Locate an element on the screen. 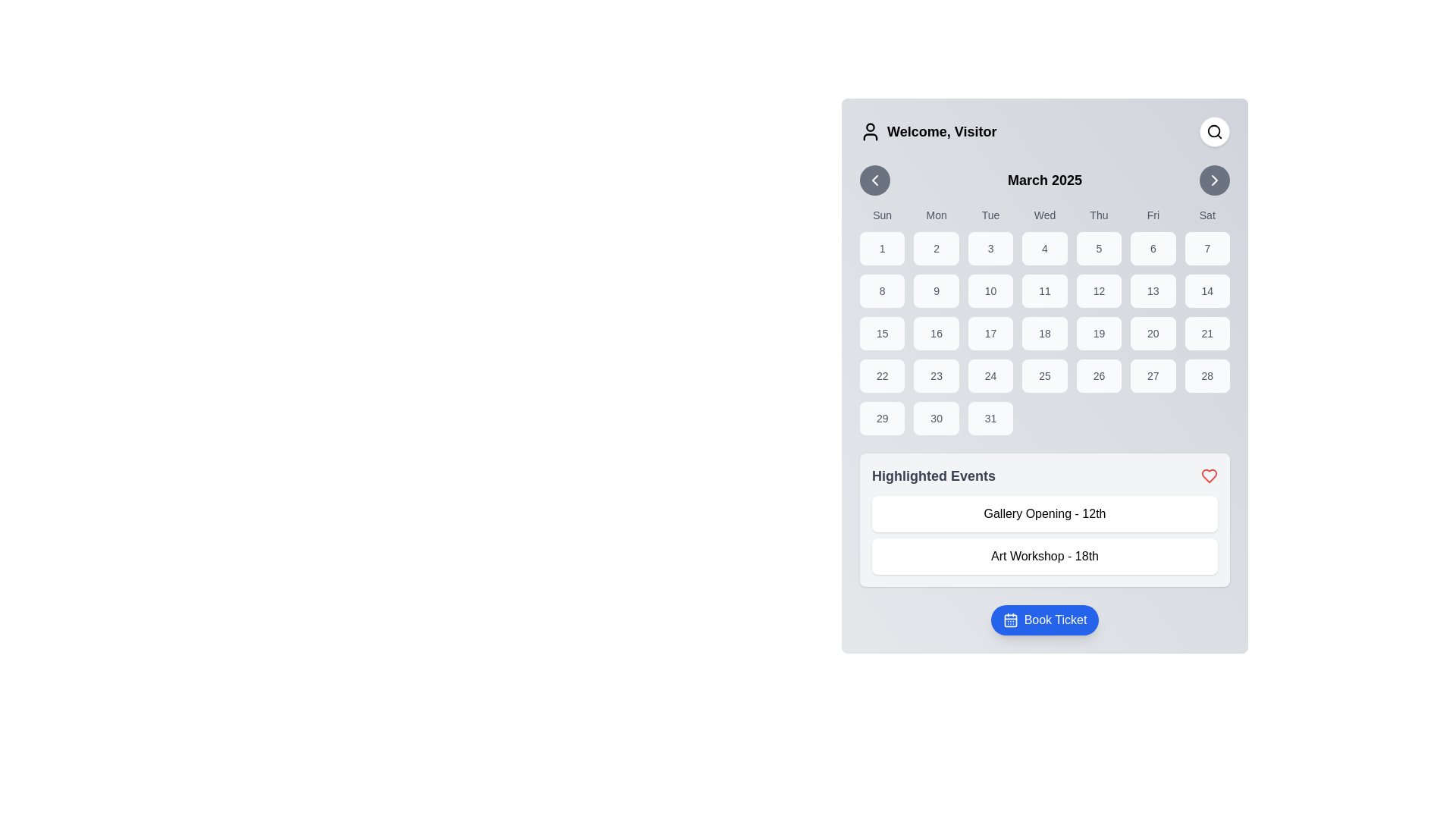 The width and height of the screenshot is (1456, 819). the Calendar Day Cell element displaying the number '2' in the second column of the grid under the 'Mon' header is located at coordinates (936, 247).